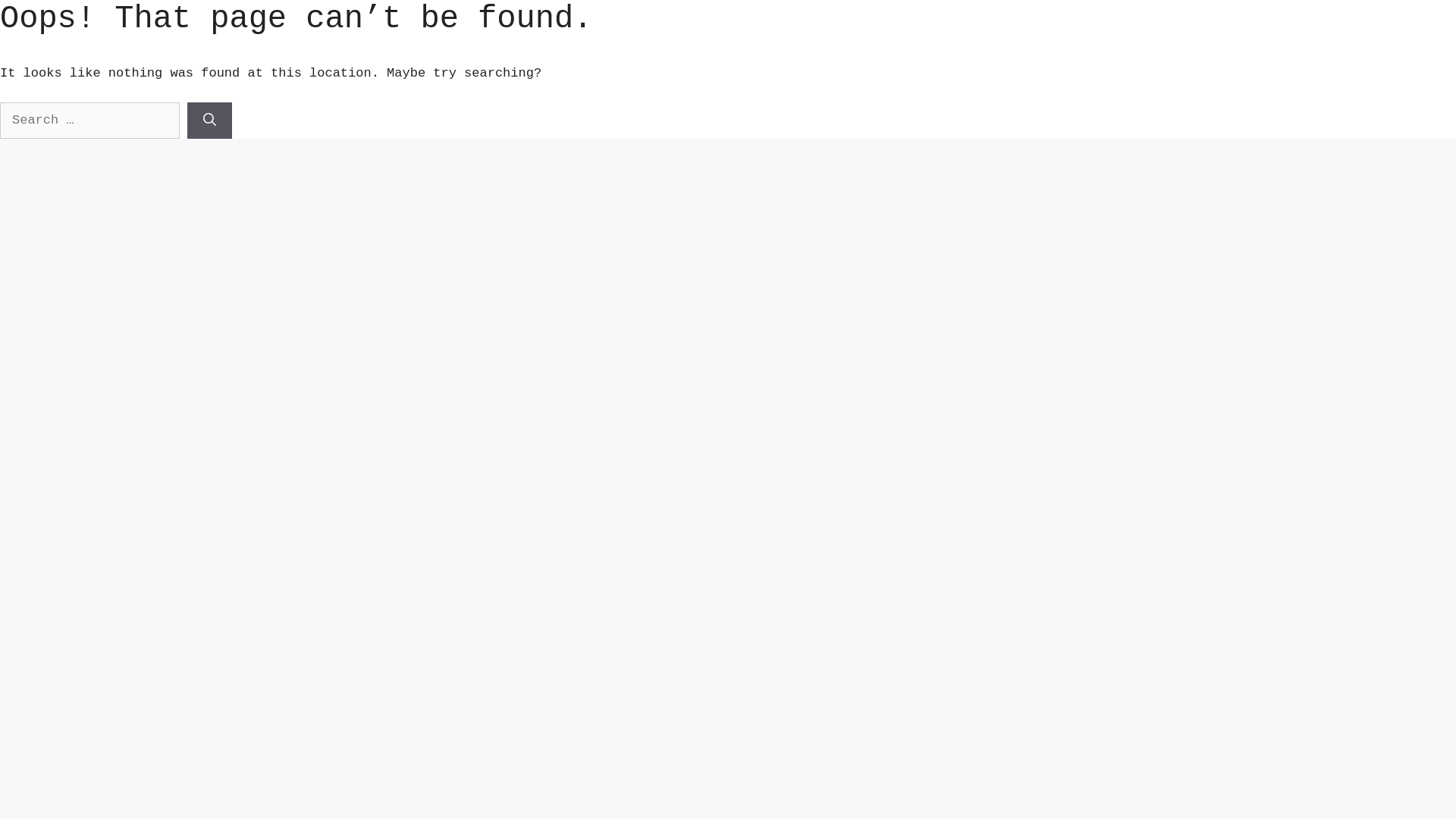 Image resolution: width=1456 pixels, height=819 pixels. What do you see at coordinates (89, 119) in the screenshot?
I see `'Search for:'` at bounding box center [89, 119].